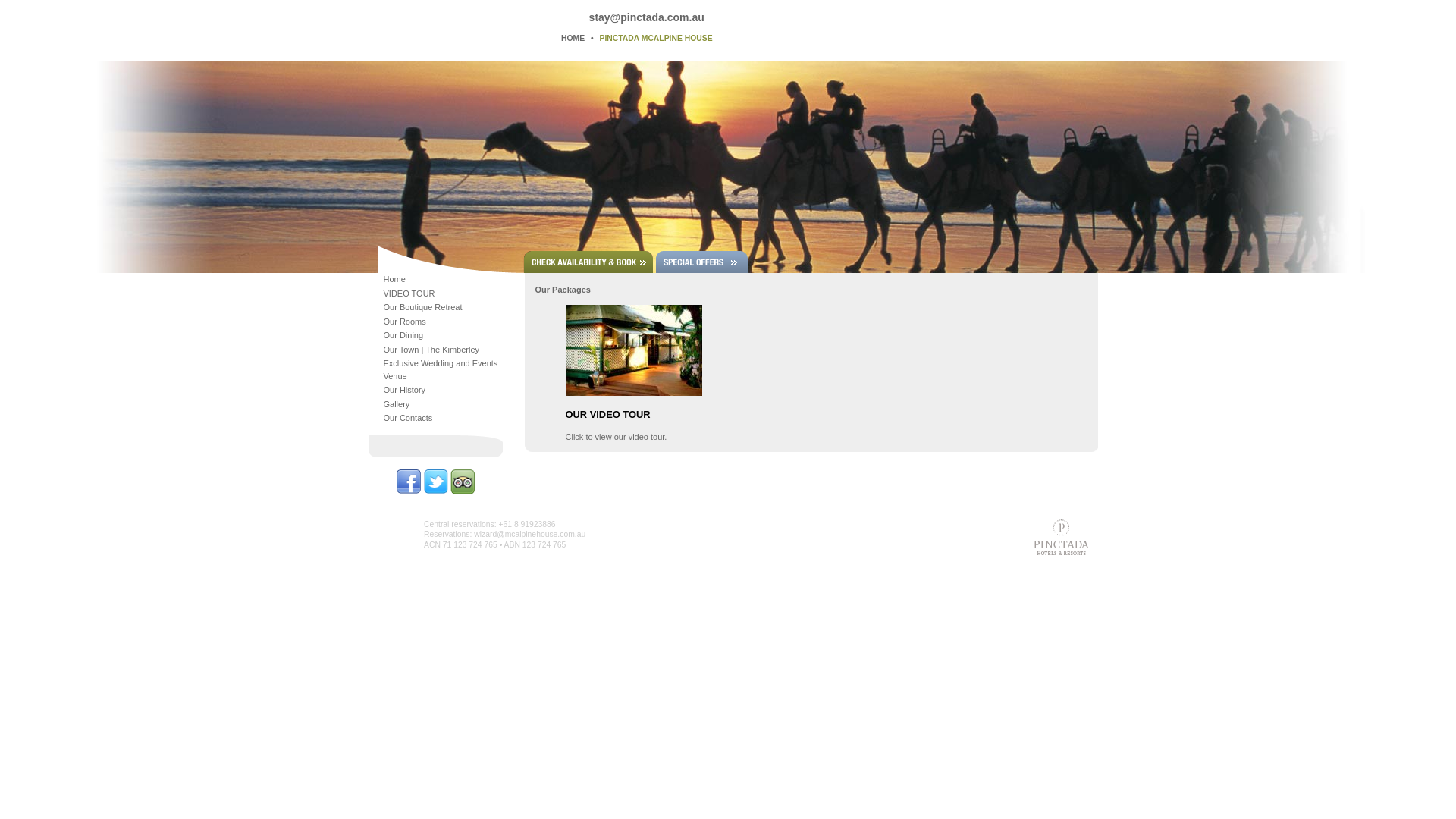 The width and height of the screenshot is (1456, 819). Describe the element at coordinates (529, 533) in the screenshot. I see `'wizard@mcalpinehouse.com.au'` at that location.